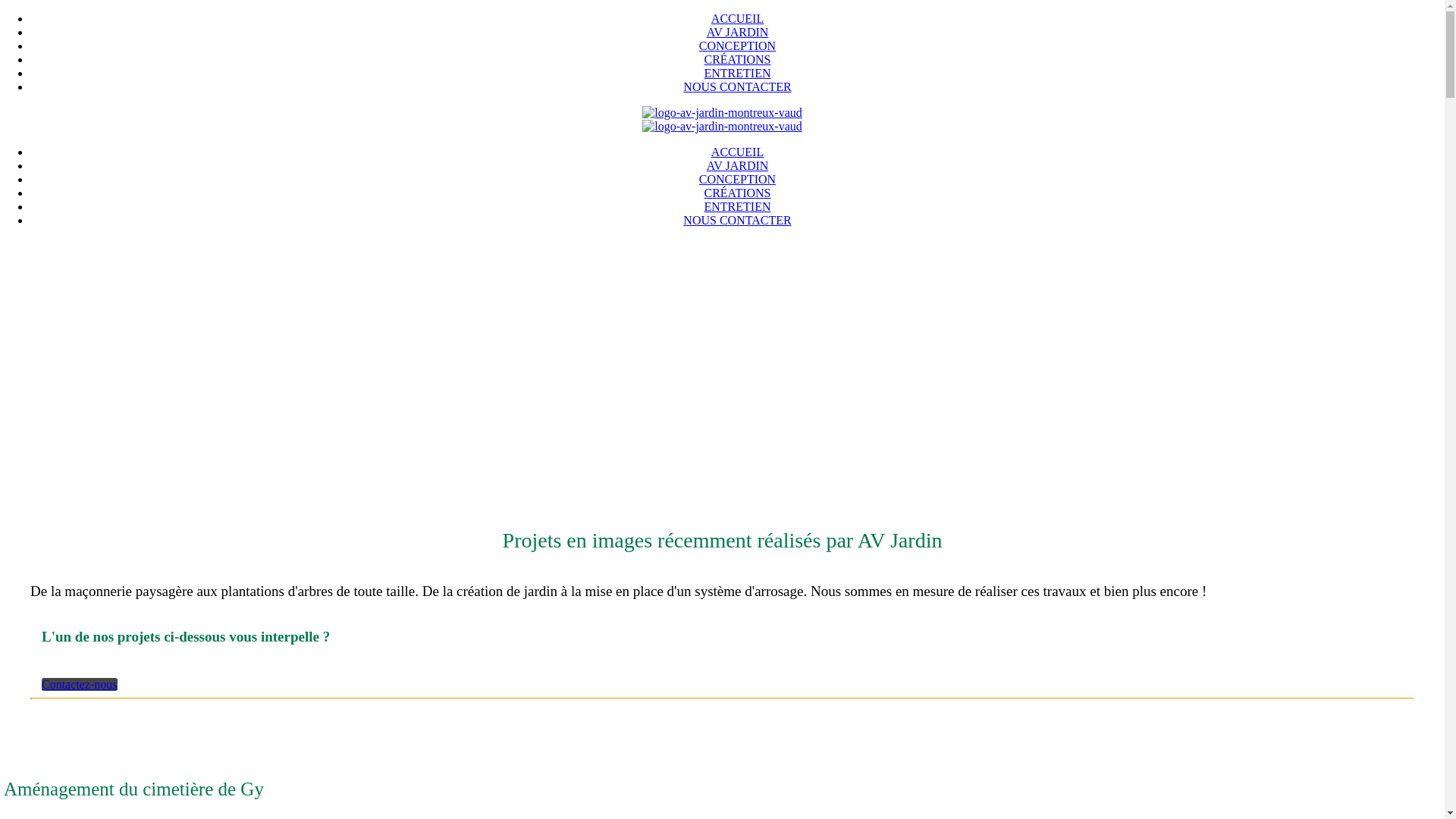 The height and width of the screenshot is (819, 1456). I want to click on 'NOUS CONTACTER', so click(736, 220).